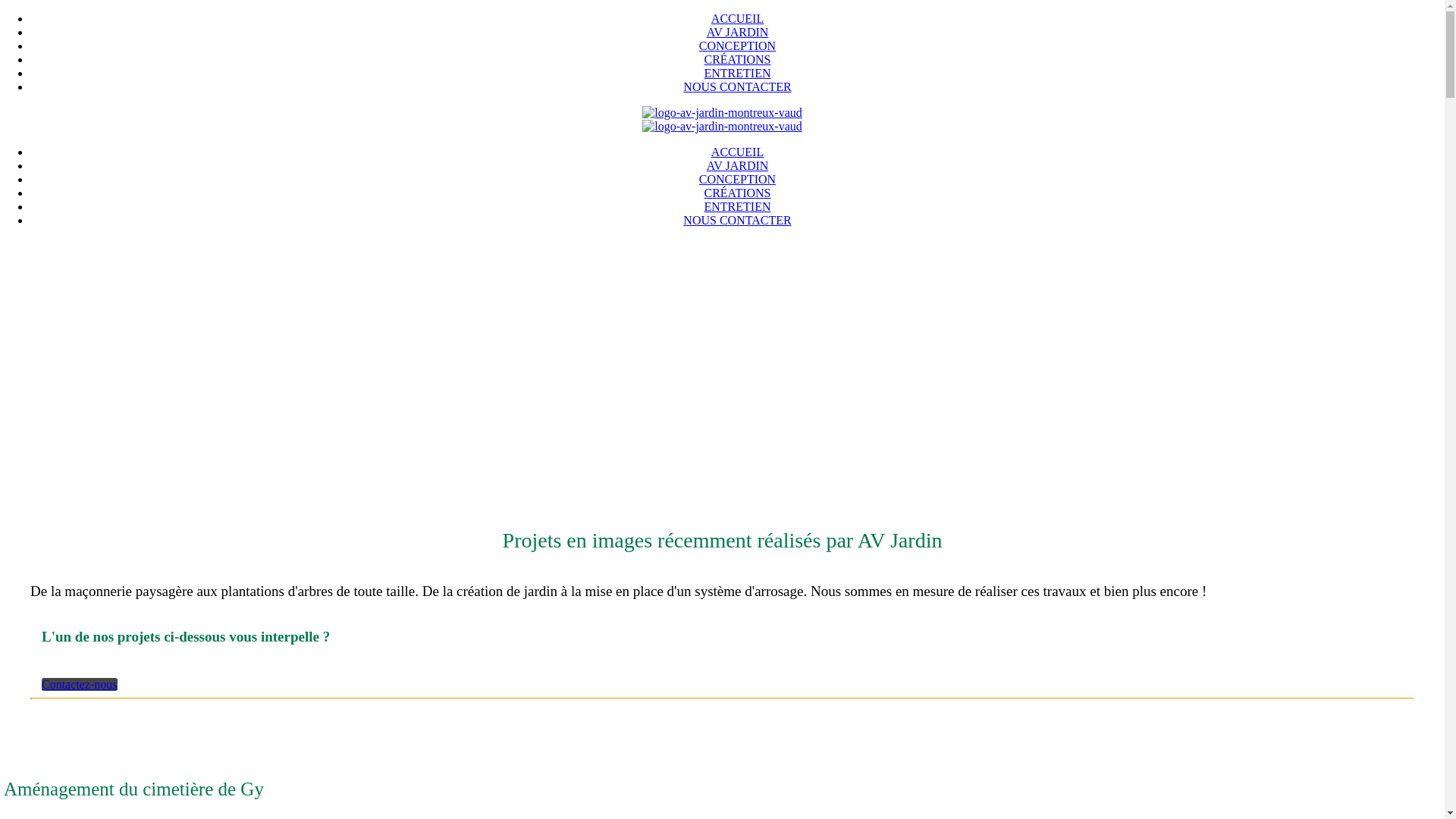 The height and width of the screenshot is (819, 1456). I want to click on 'NOUS CONTACTER', so click(736, 220).